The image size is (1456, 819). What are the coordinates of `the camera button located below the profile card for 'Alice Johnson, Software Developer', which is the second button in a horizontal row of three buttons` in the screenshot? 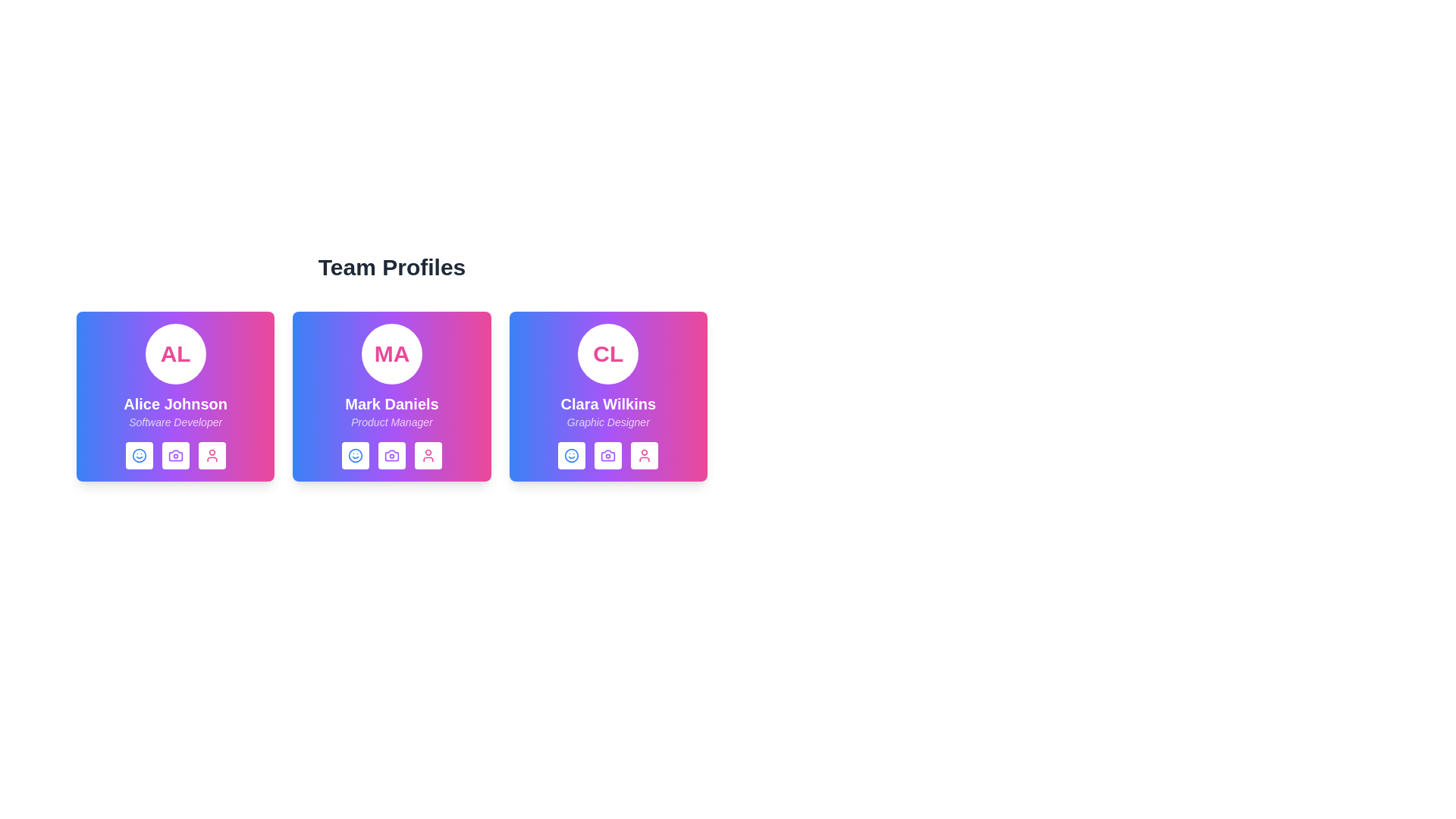 It's located at (175, 455).